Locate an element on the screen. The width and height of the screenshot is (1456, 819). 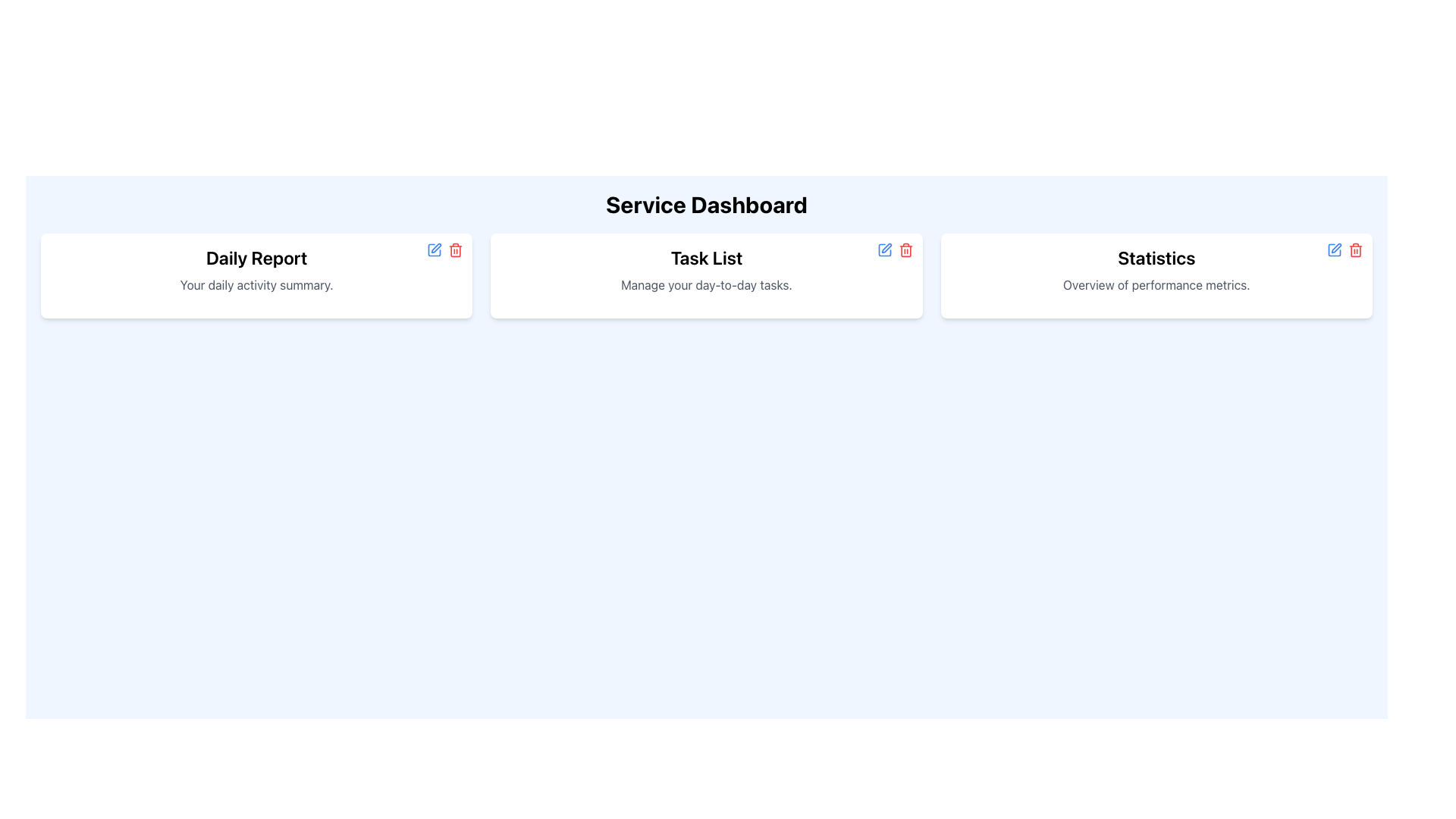
the editing icon located to the left of the word 'Statistics' in the rightmost card is located at coordinates (1332, 249).